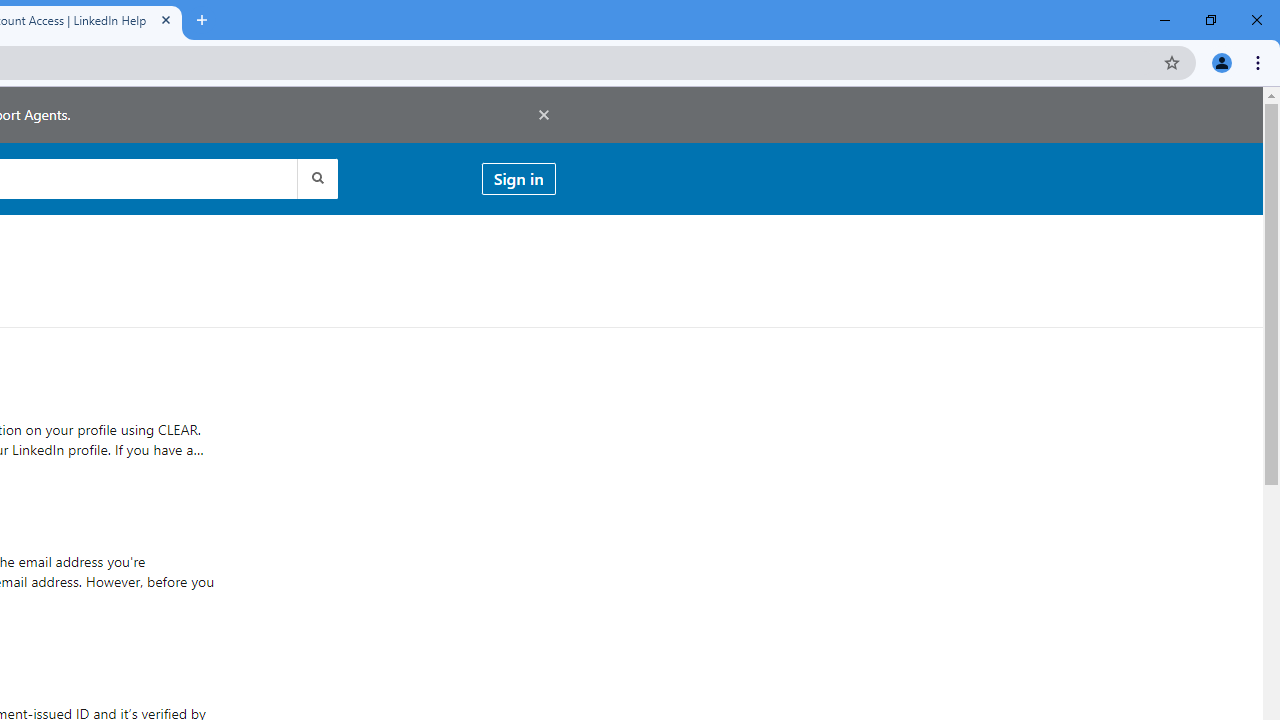 The width and height of the screenshot is (1280, 720). What do you see at coordinates (315, 177) in the screenshot?
I see `'Submit search'` at bounding box center [315, 177].